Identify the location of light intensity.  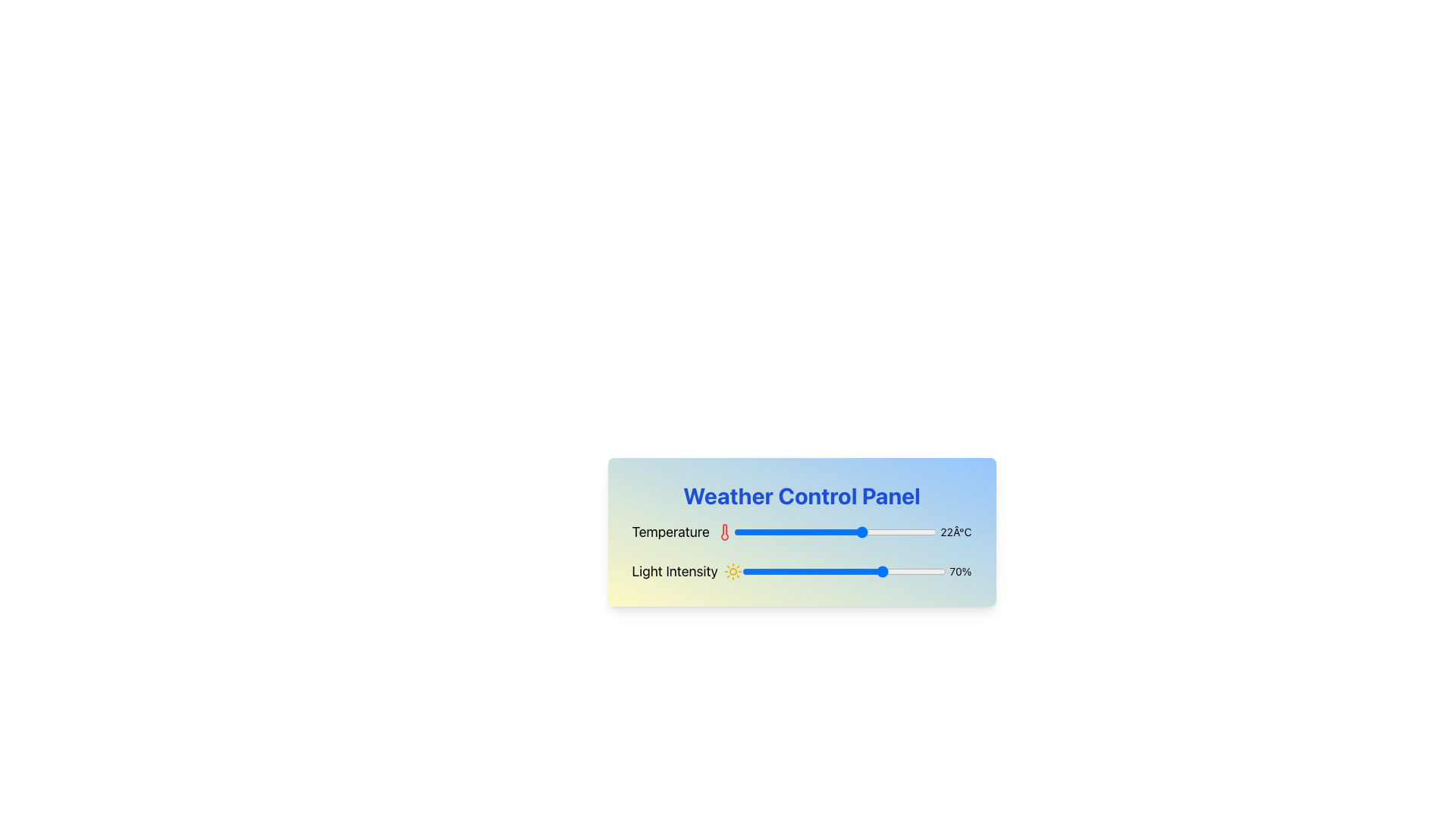
(868, 571).